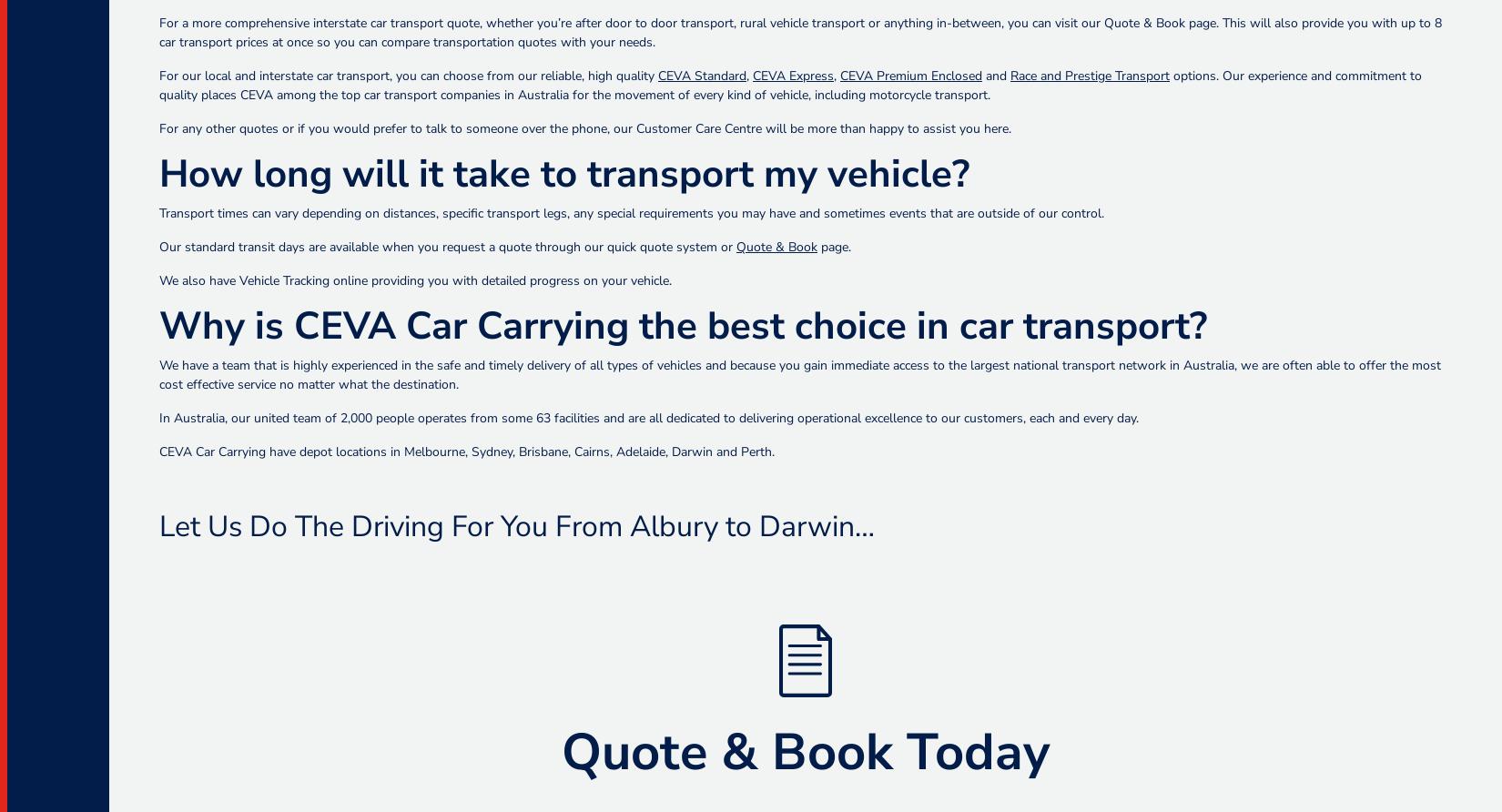  I want to click on 'page. This will also provide you with up to 8 car transport prices at once so you can compare transportation quotes with your needs.', so click(800, 33).